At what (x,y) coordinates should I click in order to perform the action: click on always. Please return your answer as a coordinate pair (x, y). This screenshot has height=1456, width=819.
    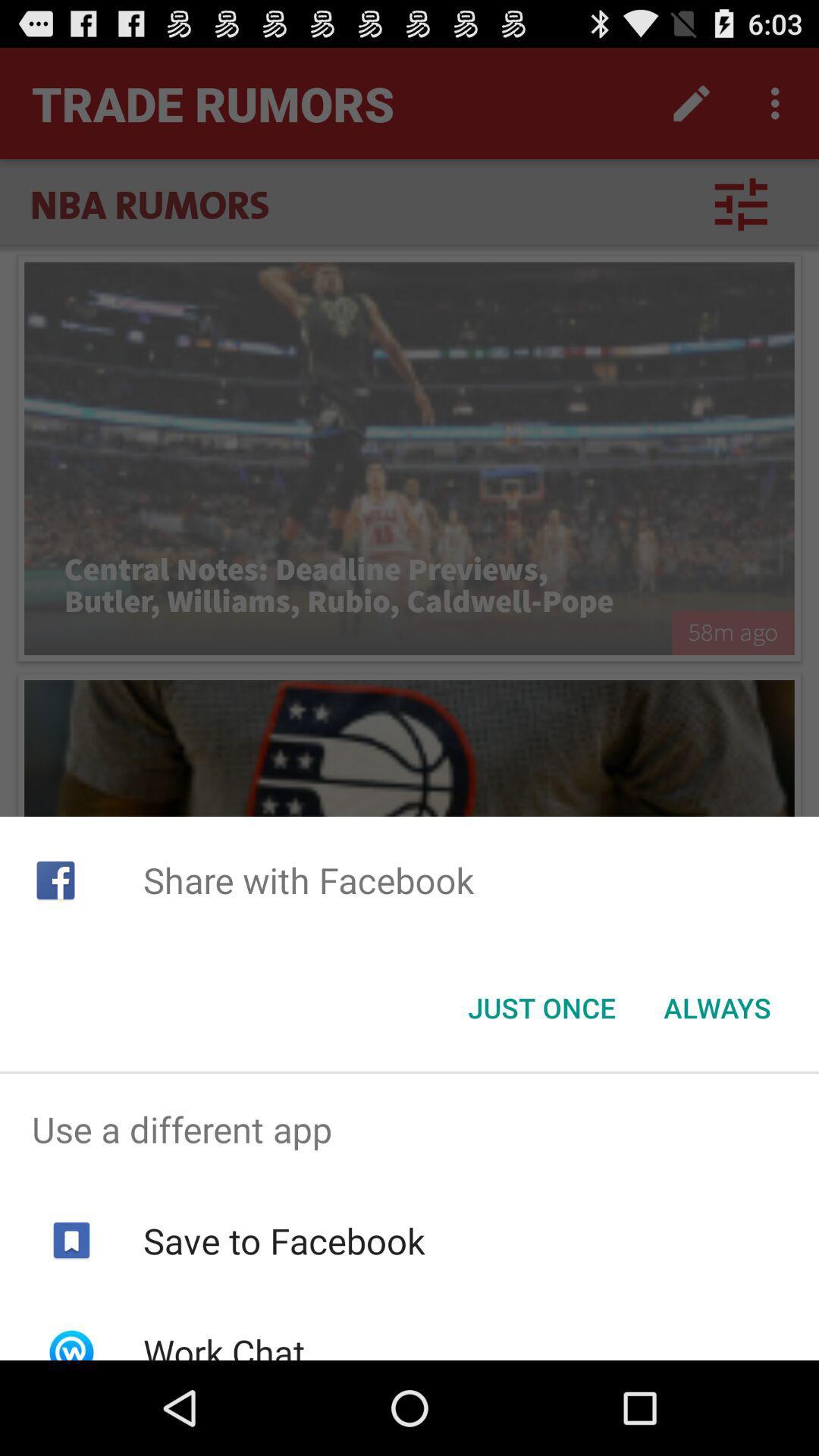
    Looking at the image, I should click on (717, 1008).